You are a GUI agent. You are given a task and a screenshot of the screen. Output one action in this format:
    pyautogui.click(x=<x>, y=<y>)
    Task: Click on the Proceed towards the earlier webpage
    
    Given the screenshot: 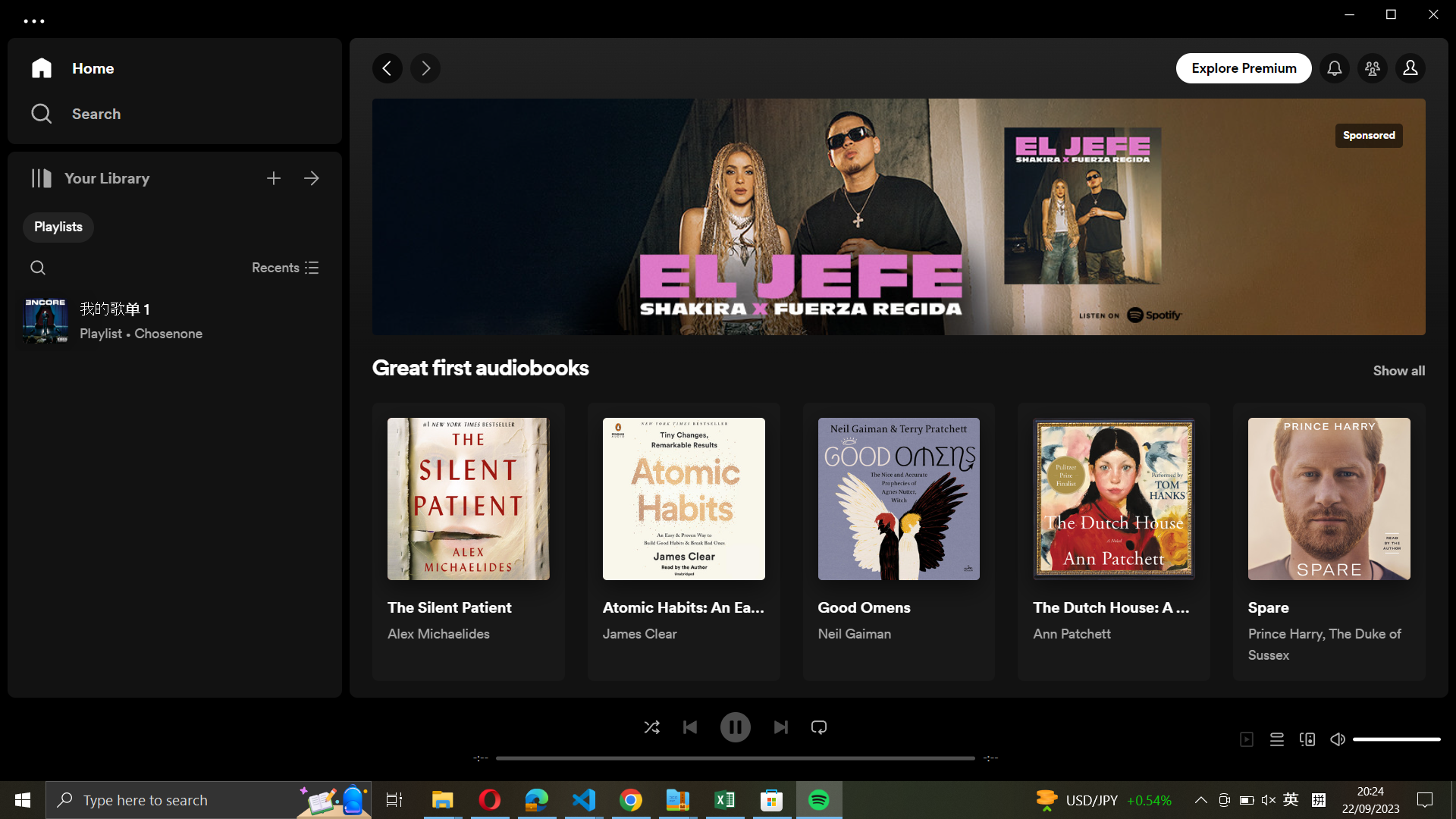 What is the action you would take?
    pyautogui.click(x=388, y=69)
    